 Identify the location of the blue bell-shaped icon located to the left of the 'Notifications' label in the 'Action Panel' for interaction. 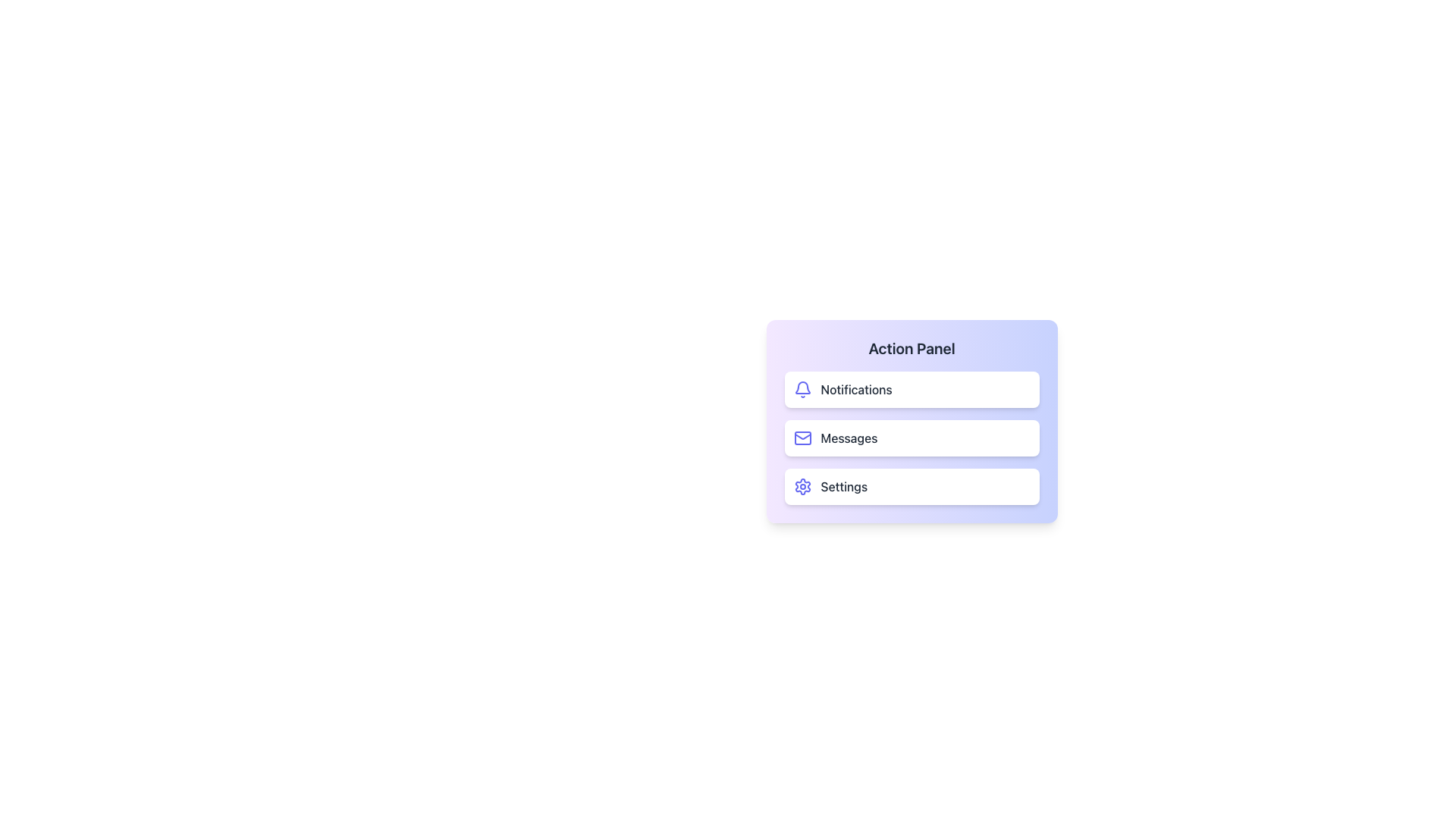
(801, 386).